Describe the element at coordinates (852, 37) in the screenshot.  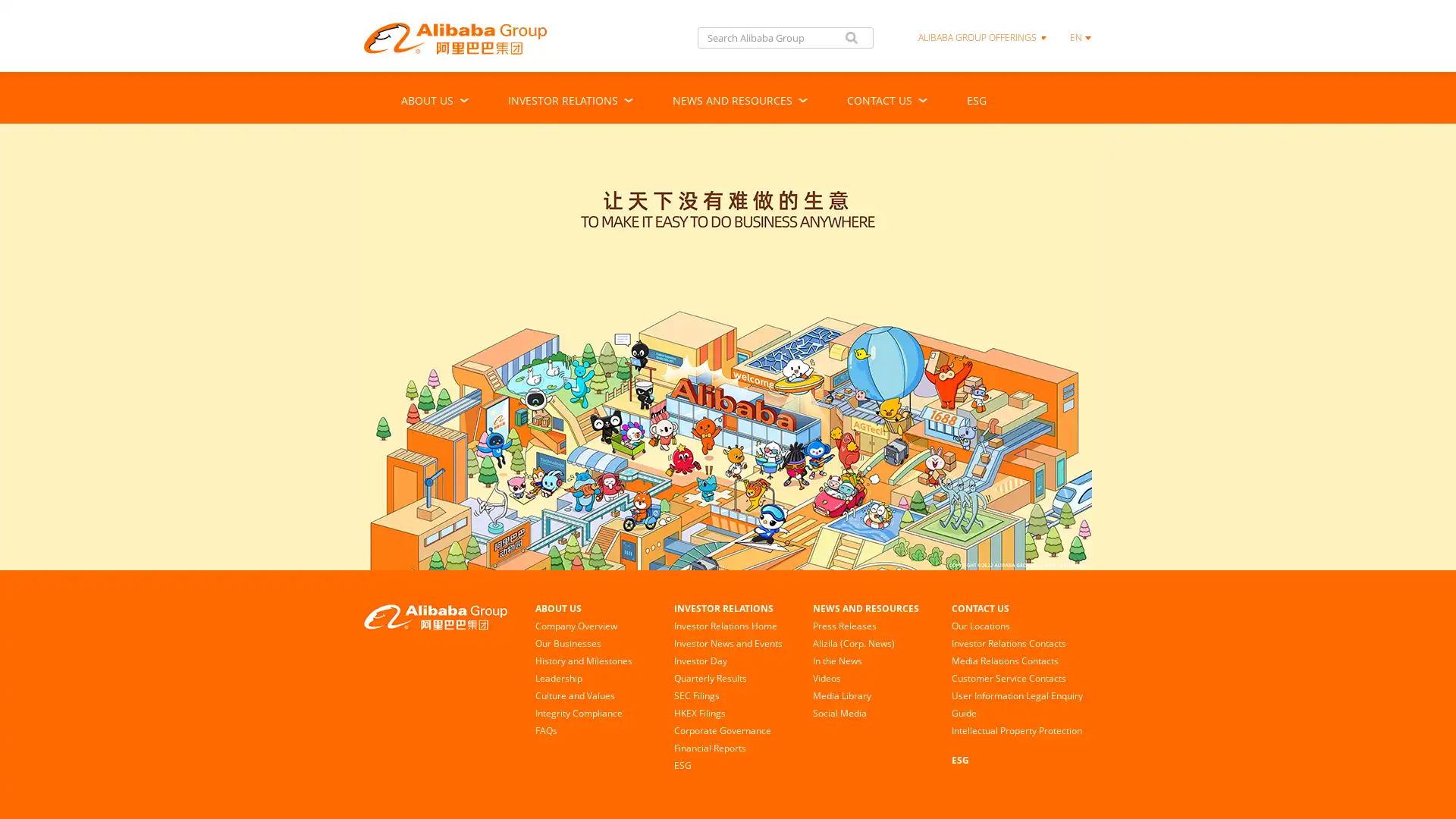
I see `Submit` at that location.